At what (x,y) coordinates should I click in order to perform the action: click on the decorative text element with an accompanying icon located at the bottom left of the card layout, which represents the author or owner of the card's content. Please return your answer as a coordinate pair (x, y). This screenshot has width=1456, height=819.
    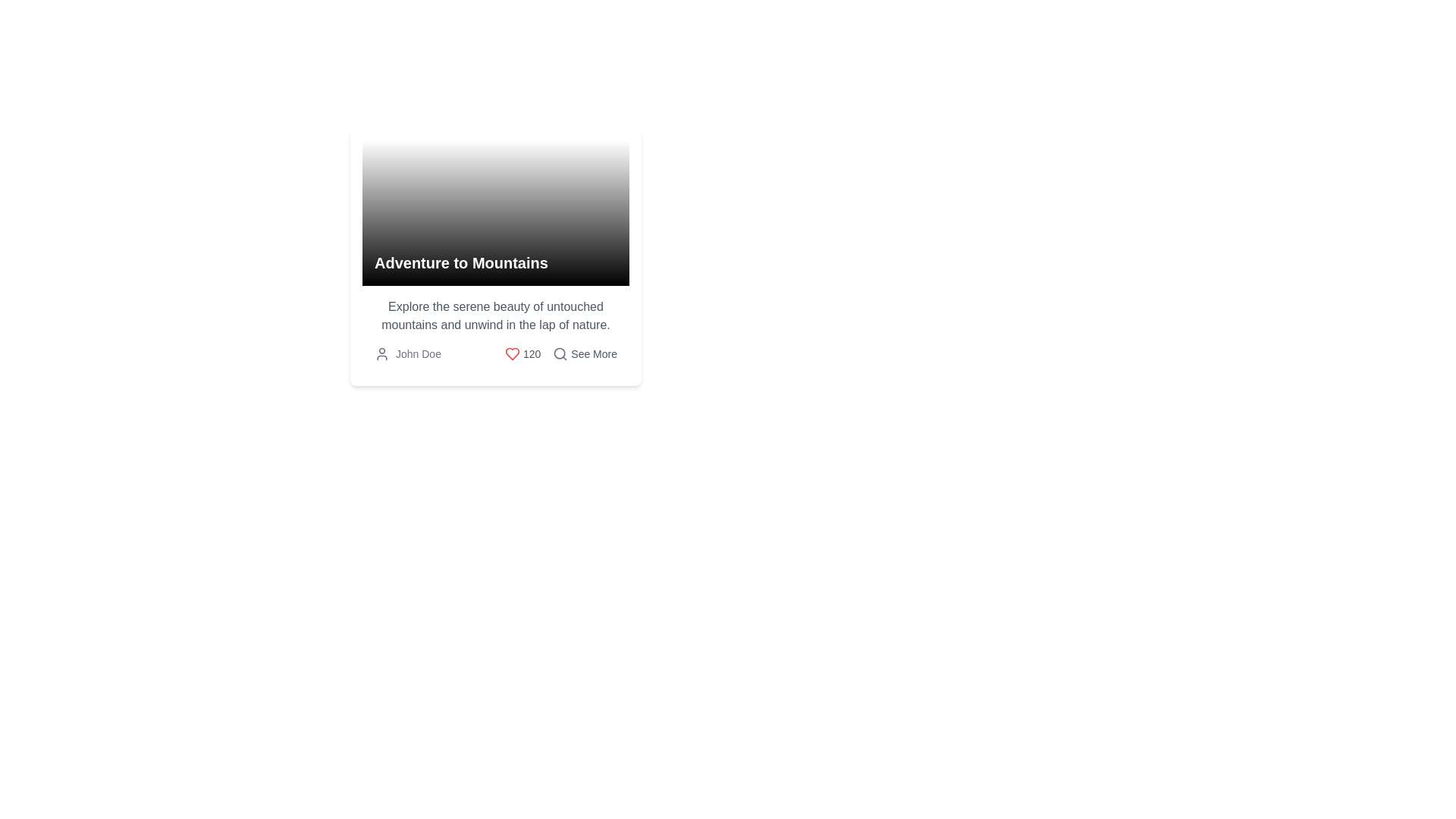
    Looking at the image, I should click on (407, 353).